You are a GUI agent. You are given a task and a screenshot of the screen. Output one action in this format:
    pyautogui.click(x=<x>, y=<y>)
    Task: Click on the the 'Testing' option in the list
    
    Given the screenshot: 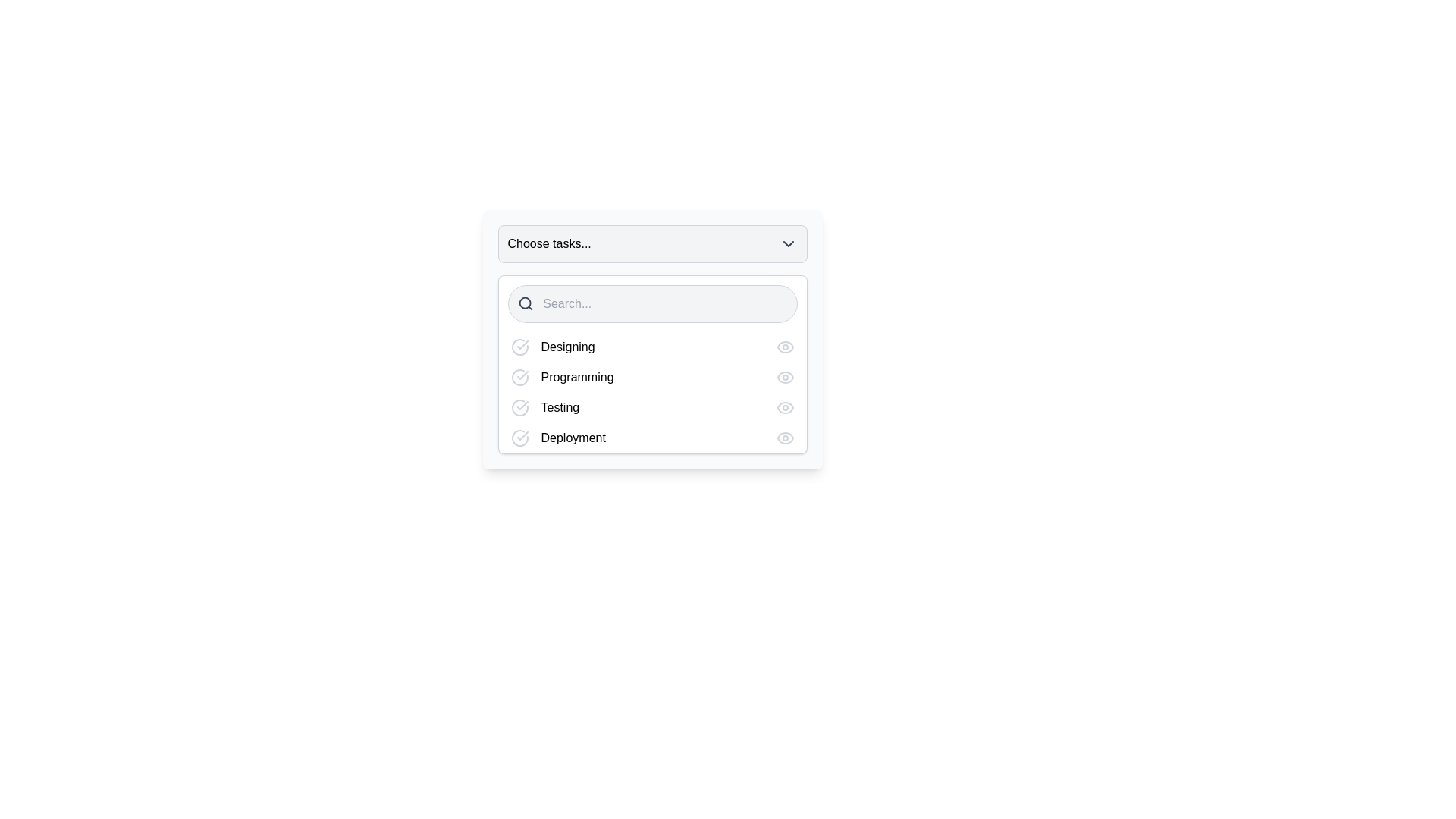 What is the action you would take?
    pyautogui.click(x=652, y=406)
    